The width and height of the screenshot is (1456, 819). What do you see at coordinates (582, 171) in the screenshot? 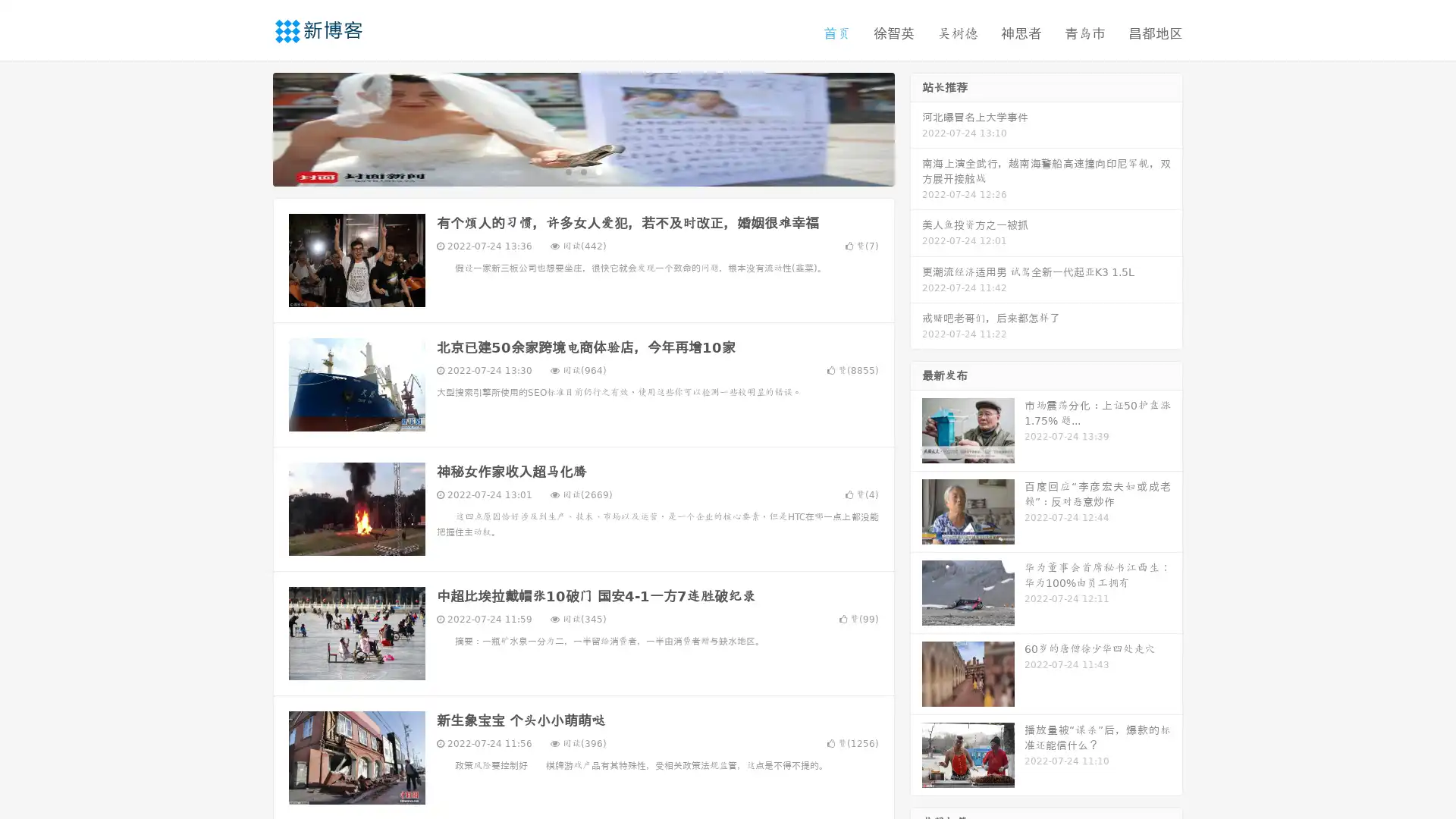
I see `Go to slide 2` at bounding box center [582, 171].